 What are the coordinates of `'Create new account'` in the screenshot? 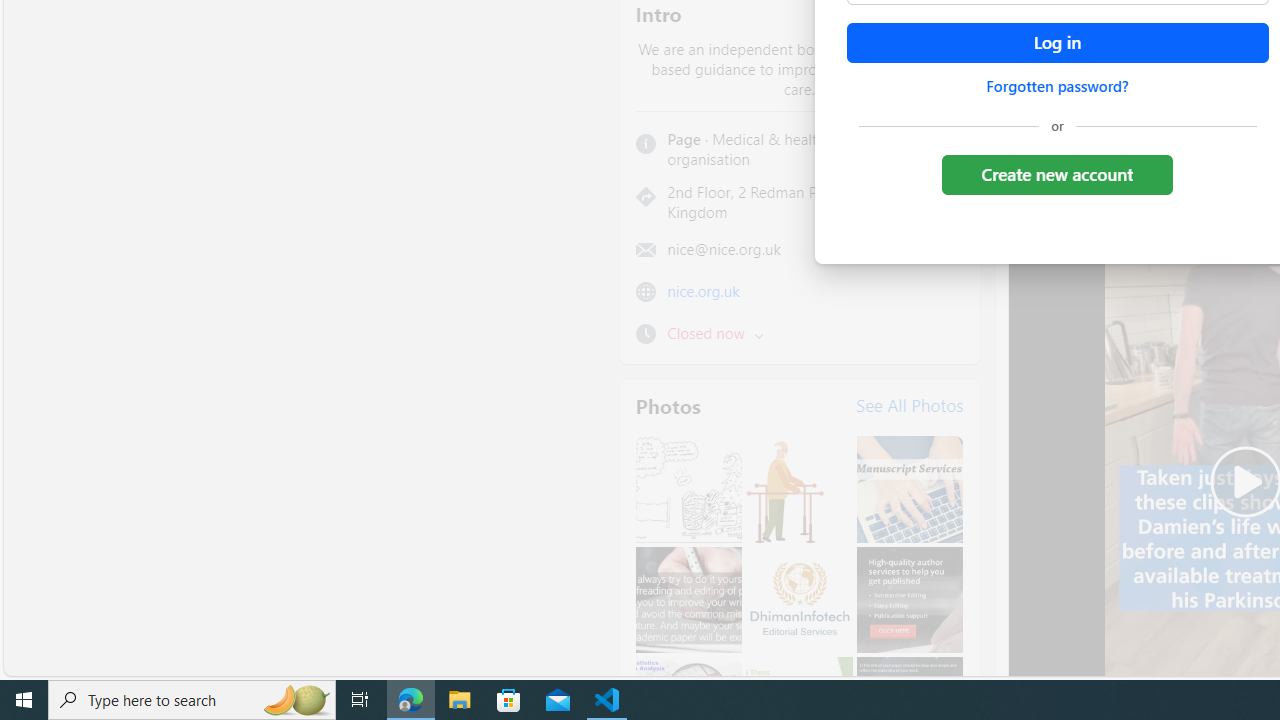 It's located at (1056, 173).